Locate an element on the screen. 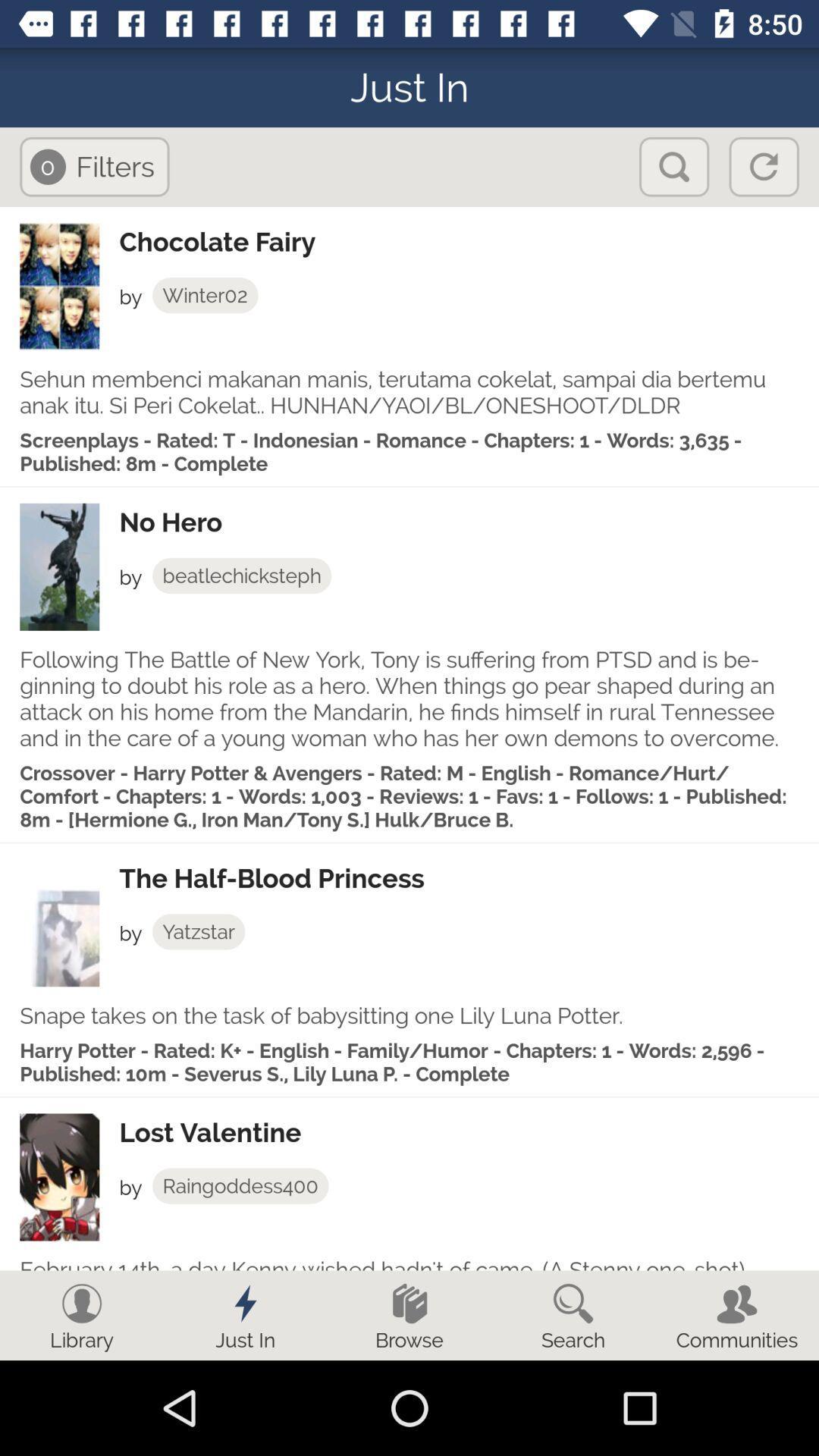 This screenshot has width=819, height=1456. icon above crossover harry potter is located at coordinates (409, 698).